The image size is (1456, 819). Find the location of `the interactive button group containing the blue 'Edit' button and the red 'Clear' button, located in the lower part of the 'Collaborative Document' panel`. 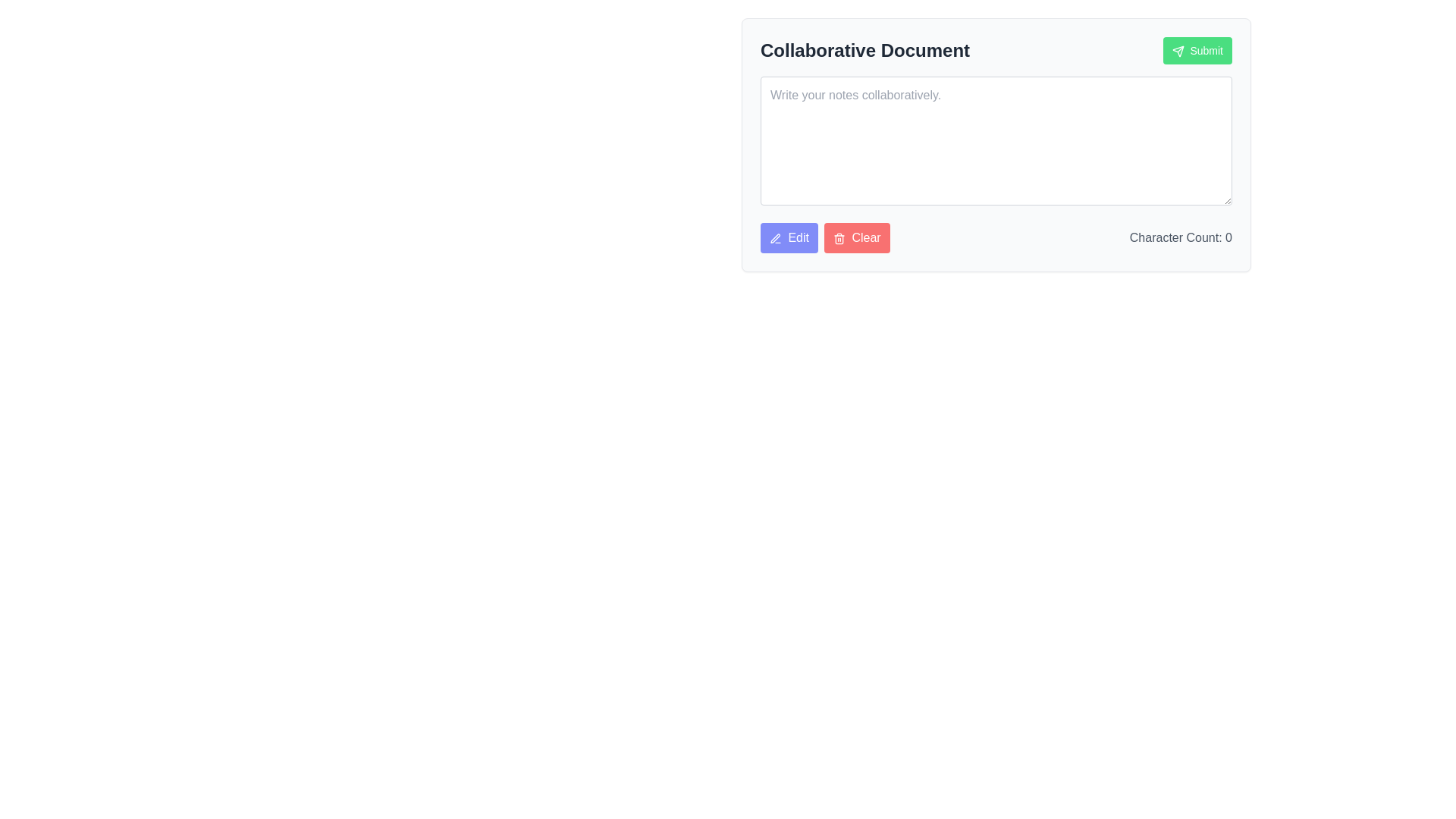

the interactive button group containing the blue 'Edit' button and the red 'Clear' button, located in the lower part of the 'Collaborative Document' panel is located at coordinates (824, 237).